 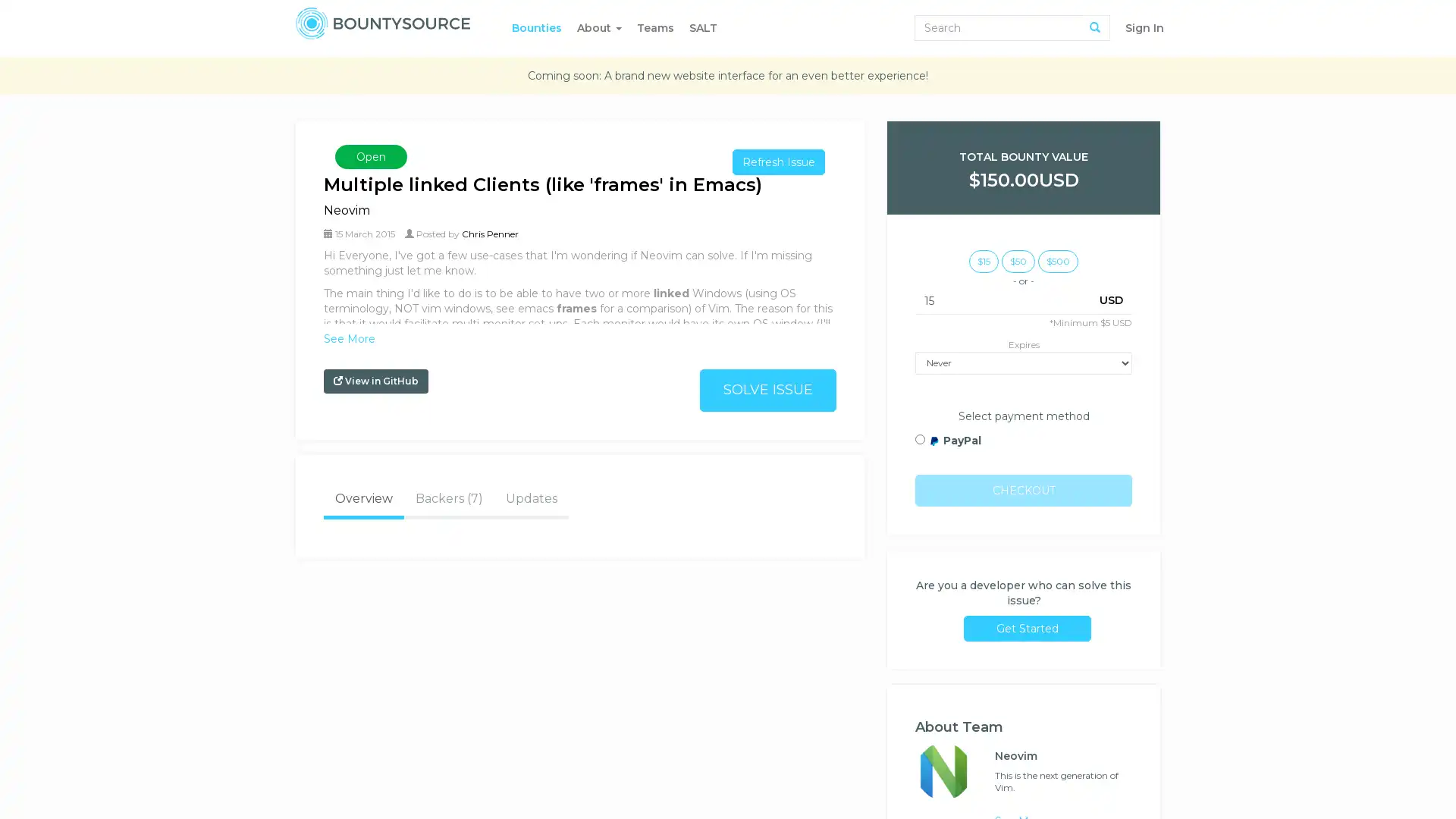 What do you see at coordinates (1027, 628) in the screenshot?
I see `Get Started` at bounding box center [1027, 628].